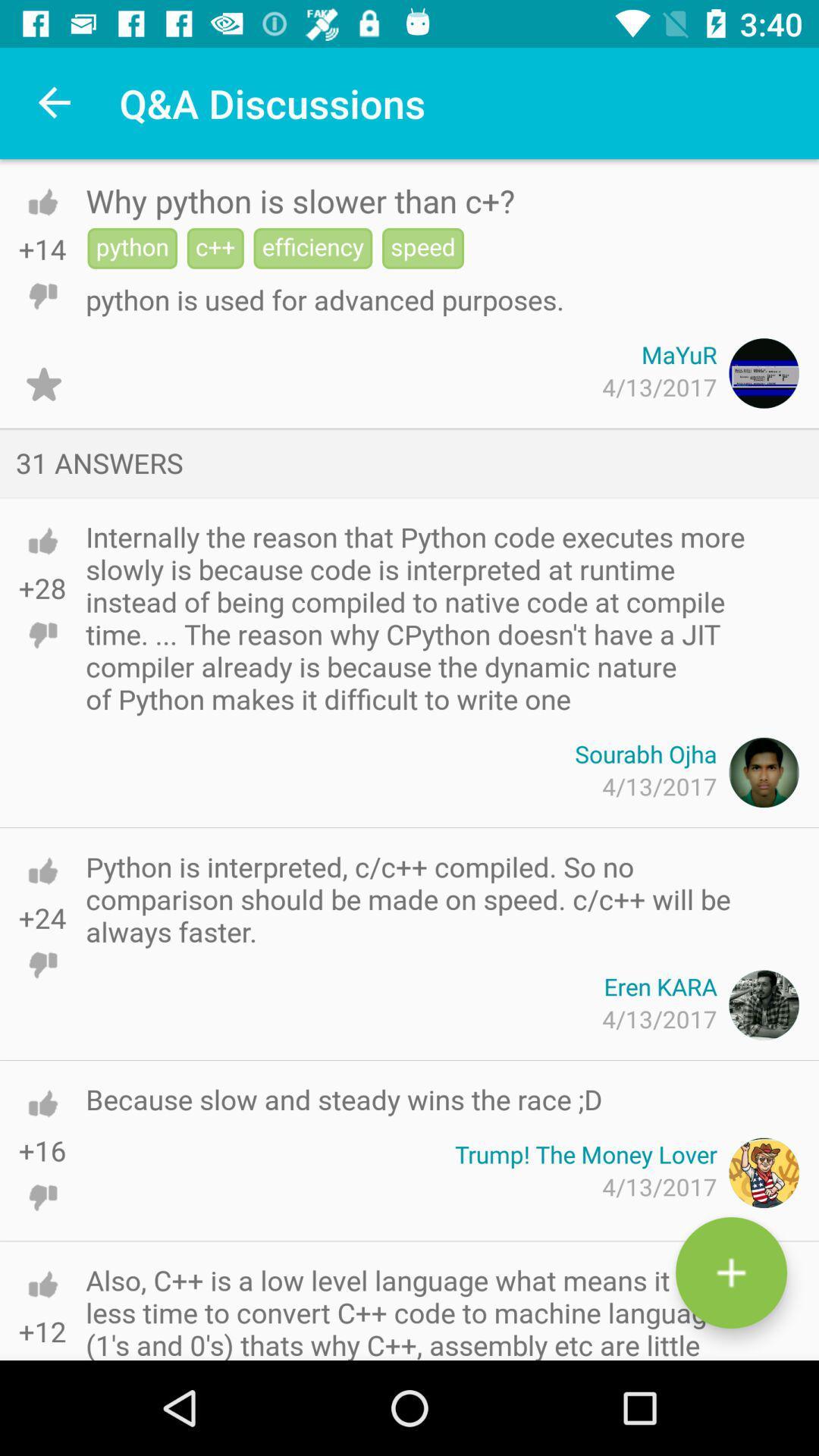  I want to click on icon below the 31 answers, so click(424, 617).